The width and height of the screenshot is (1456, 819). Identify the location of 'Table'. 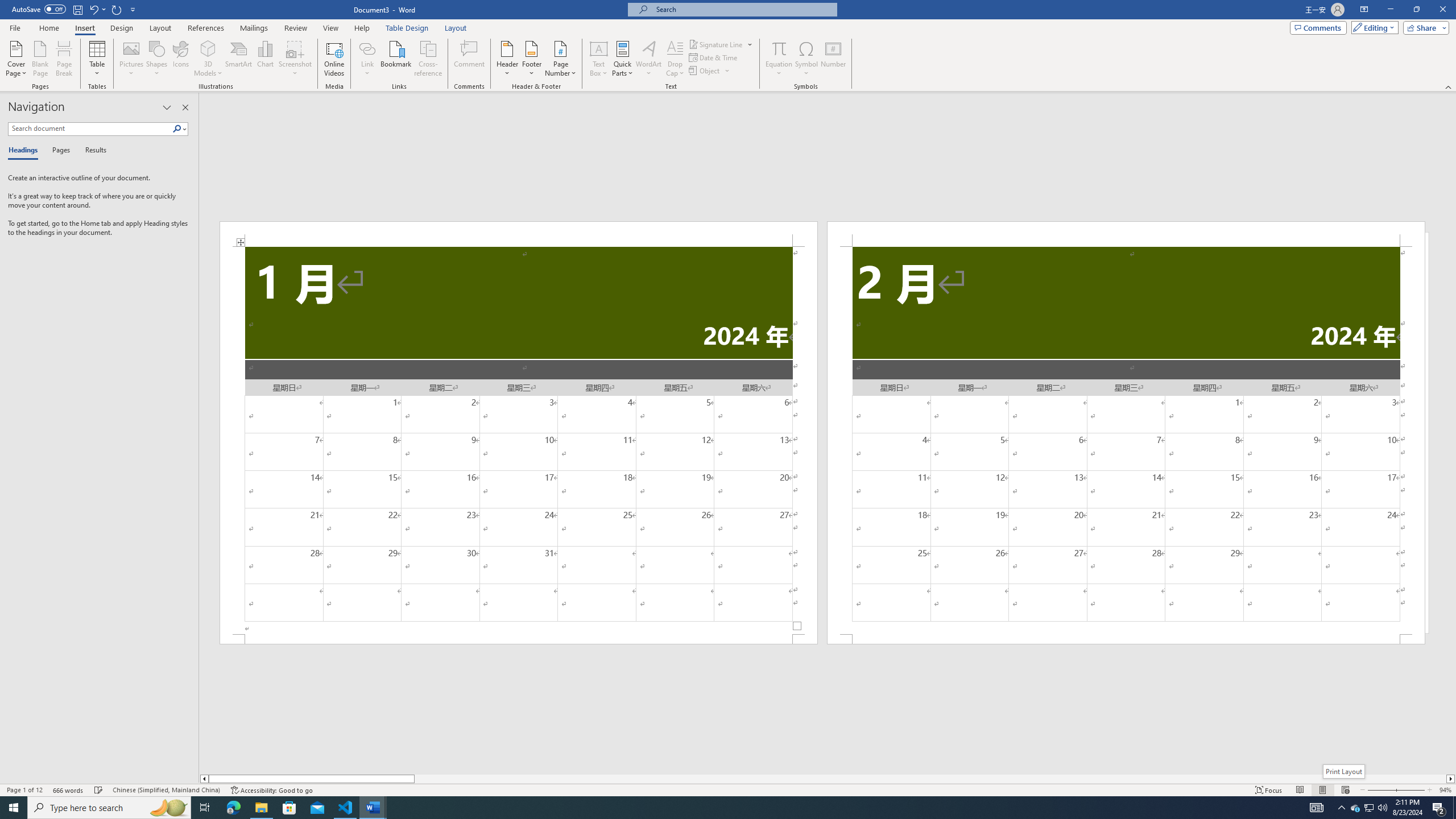
(97, 59).